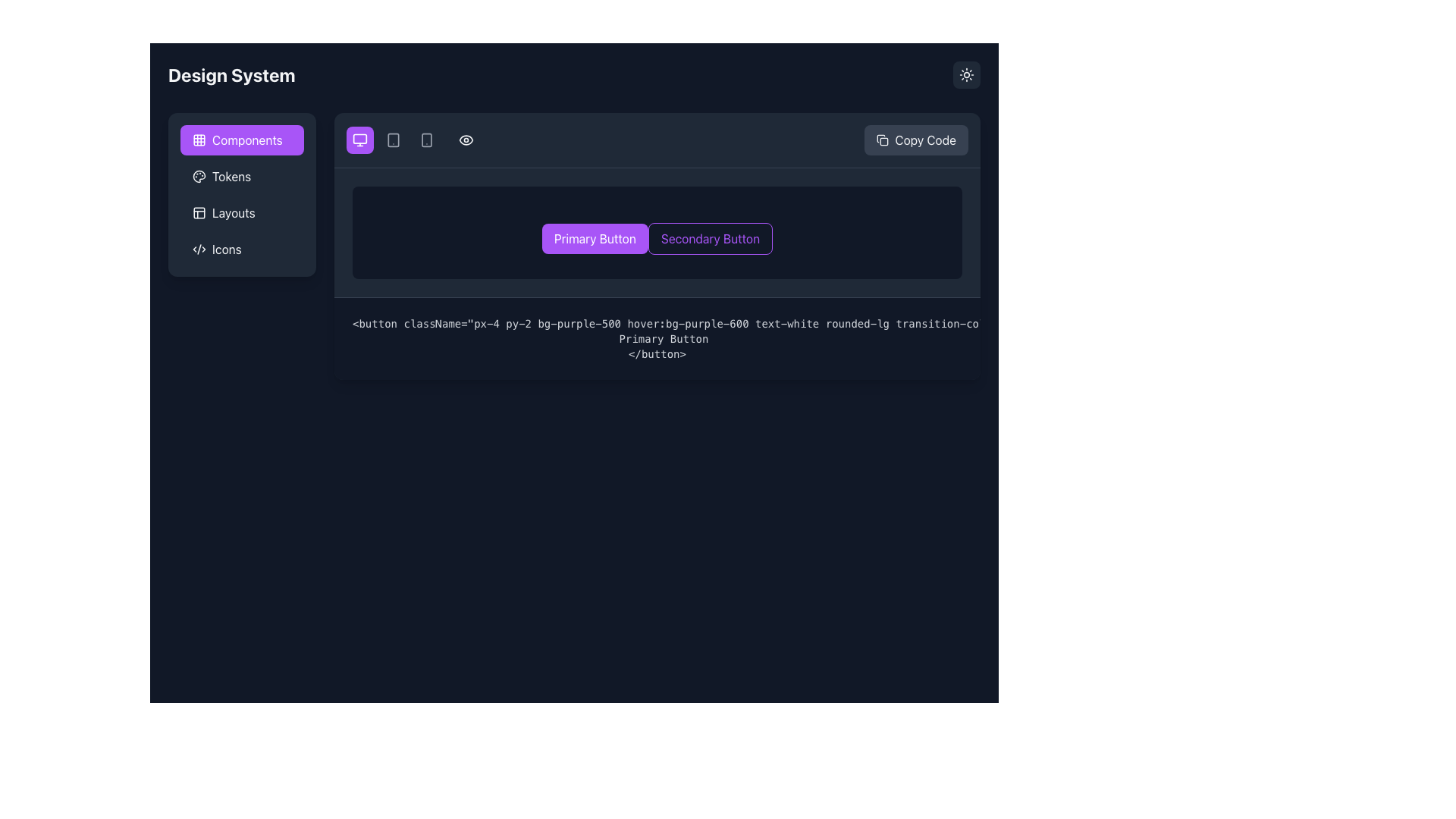 The image size is (1456, 819). Describe the element at coordinates (425, 140) in the screenshot. I see `the second icon from the left in the horizontal toolbar at the top center of the application interface to switch modes` at that location.